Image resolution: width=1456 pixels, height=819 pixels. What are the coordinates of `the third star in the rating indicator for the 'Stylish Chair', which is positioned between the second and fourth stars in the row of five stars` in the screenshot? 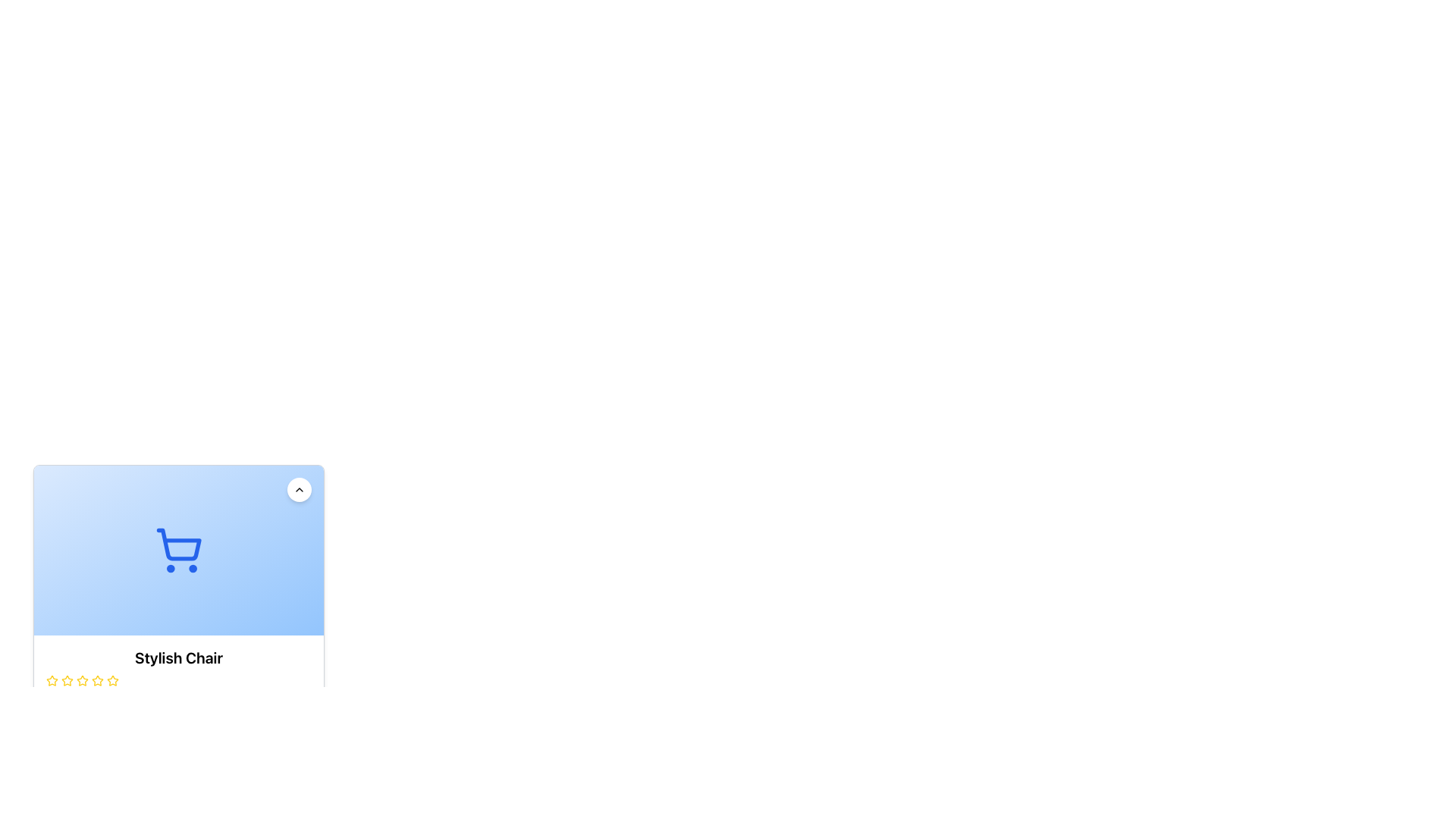 It's located at (97, 679).